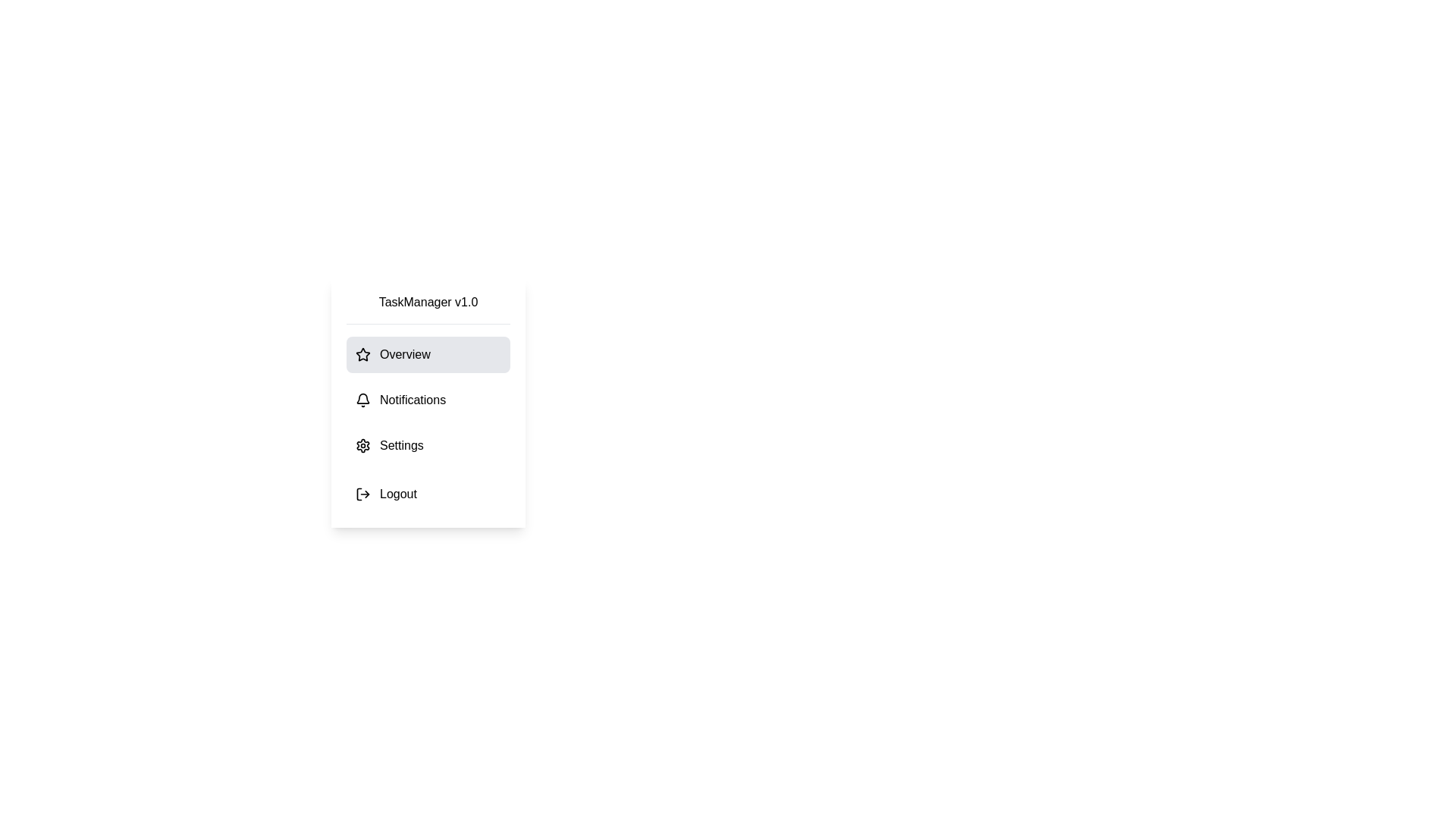 This screenshot has width=1456, height=819. Describe the element at coordinates (428, 400) in the screenshot. I see `the 'Notifications' button in the vertical navigation menu, which is located in the middle left section of the sidebar panel` at that location.